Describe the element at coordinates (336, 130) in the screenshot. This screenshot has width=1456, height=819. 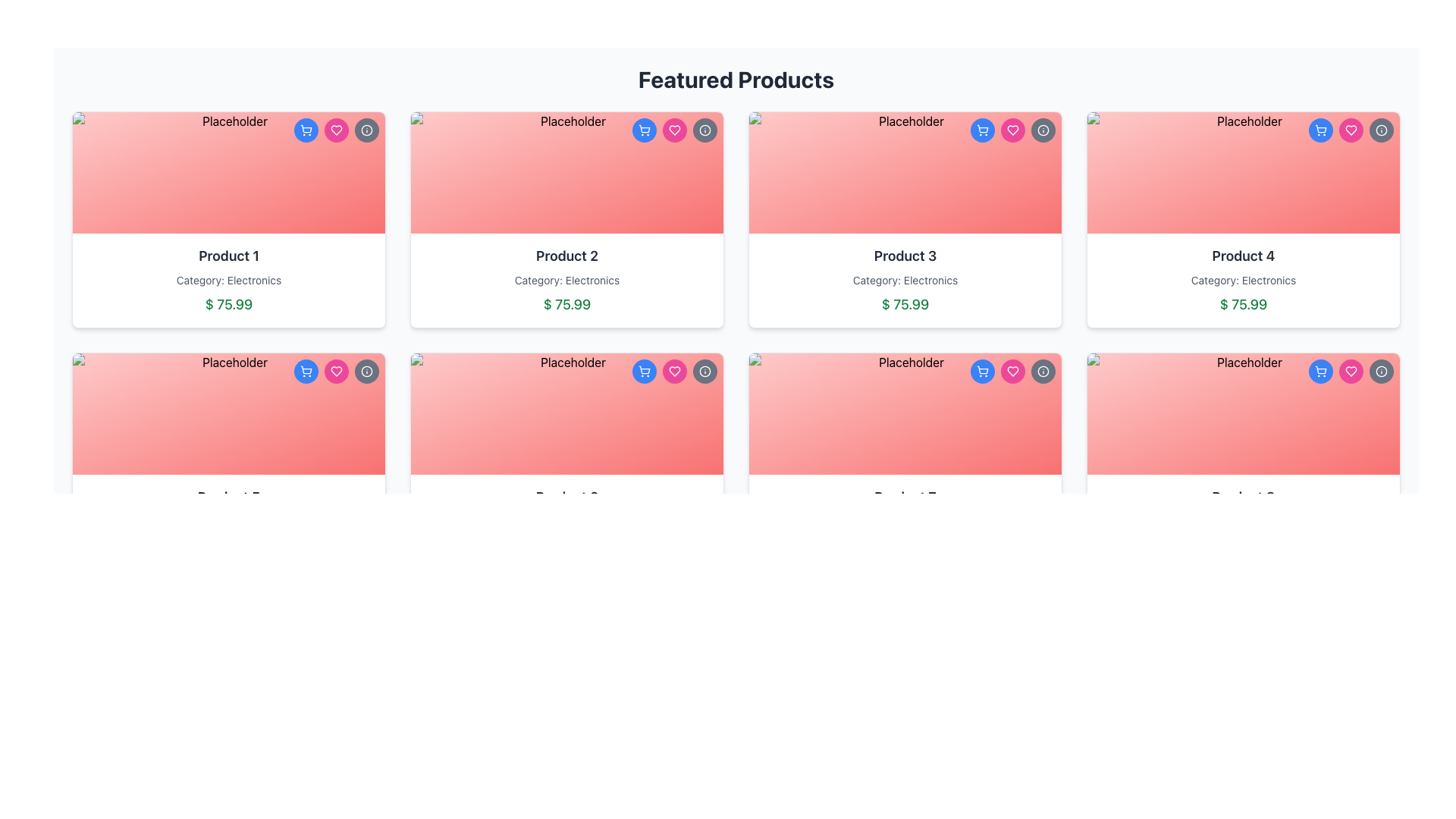
I see `the pink heart-shaped icon in the top-right corner of the first product card` at that location.